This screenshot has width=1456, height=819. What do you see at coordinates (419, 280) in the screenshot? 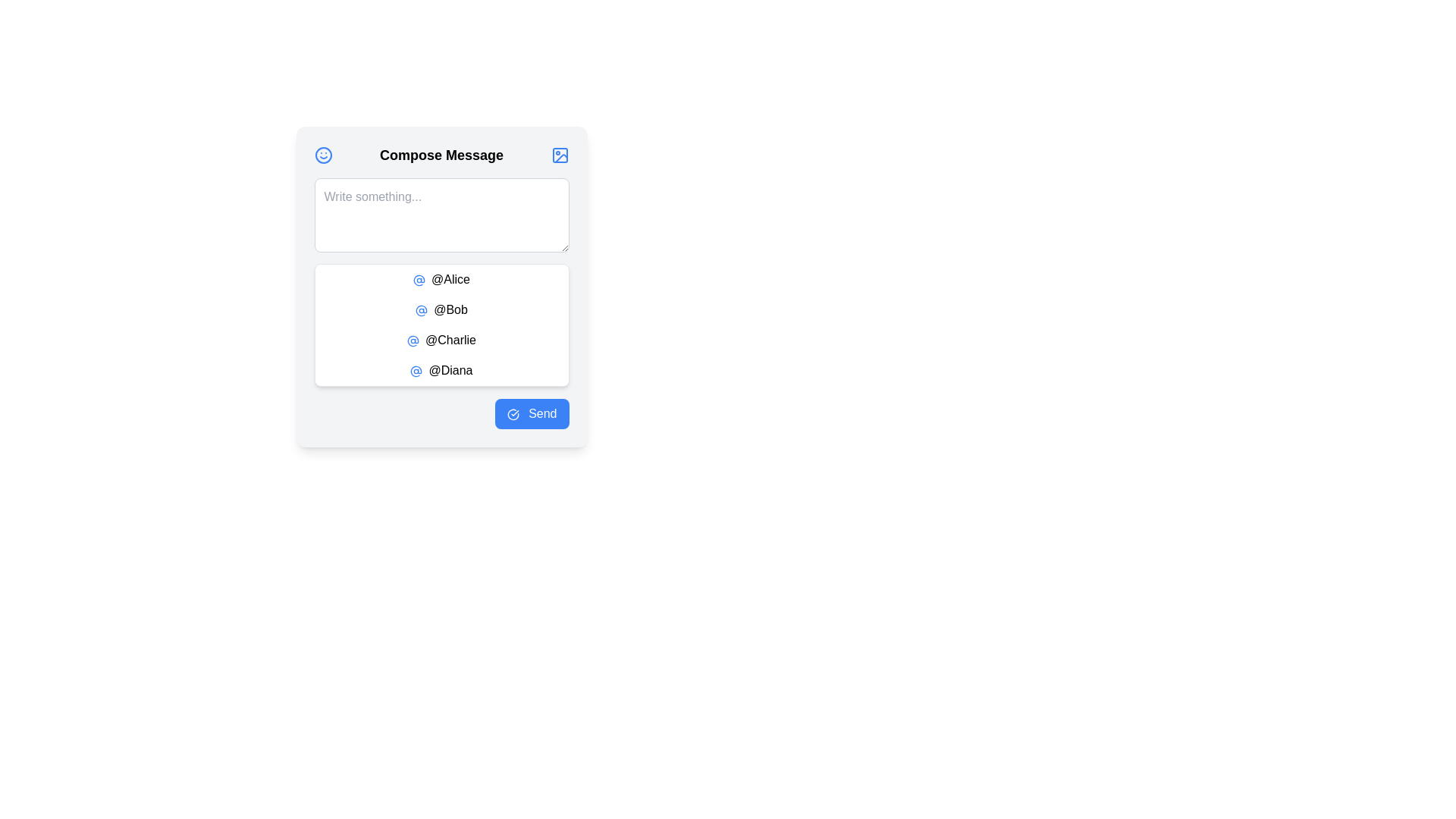
I see `the small blue circular decorative icon resembling an '@' sign located to the left of the text '@Alice' in the suggestion list under the 'Compose Message' input box` at bounding box center [419, 280].